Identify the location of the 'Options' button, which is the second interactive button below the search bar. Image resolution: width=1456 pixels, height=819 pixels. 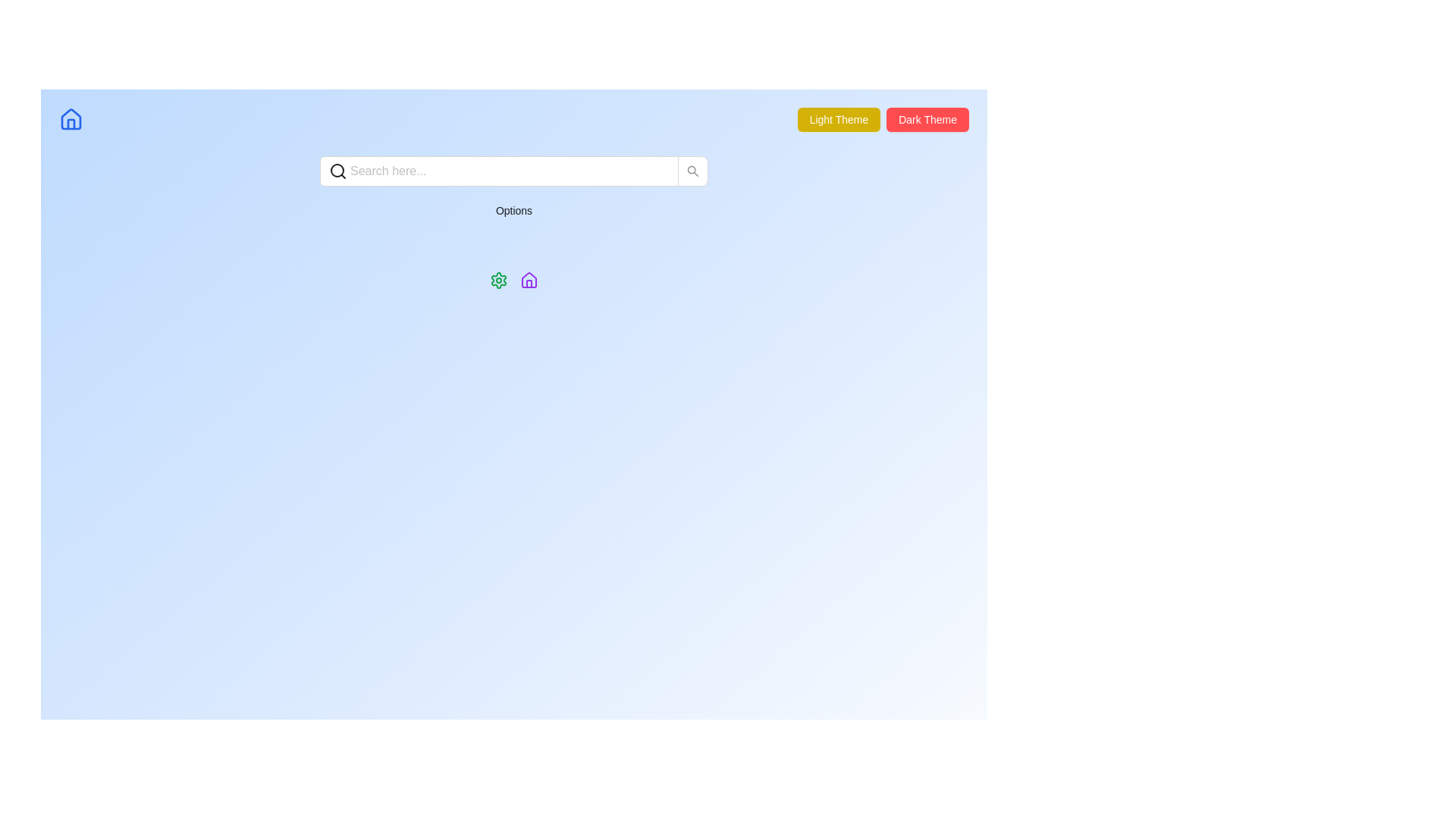
(513, 210).